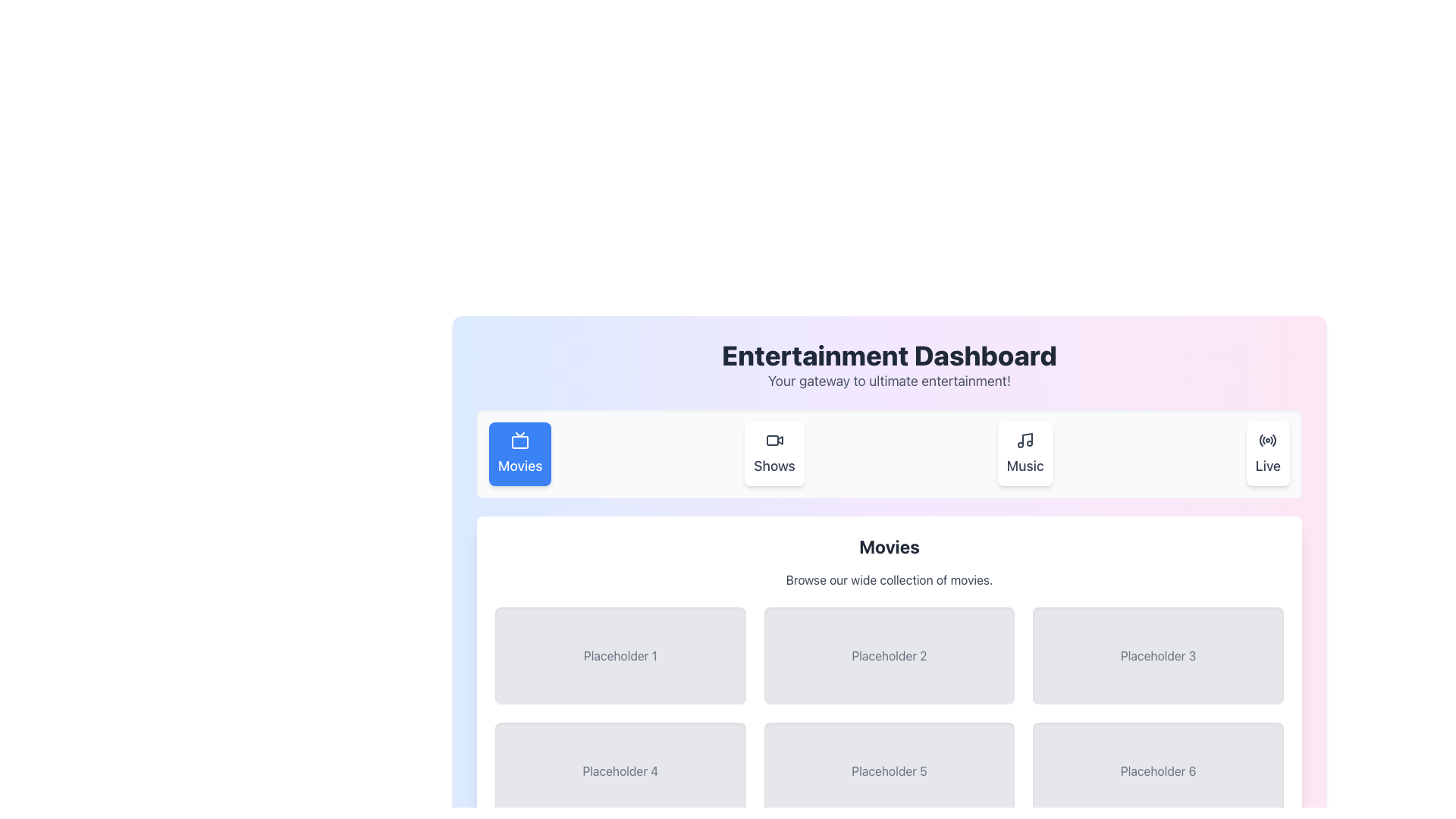 Image resolution: width=1456 pixels, height=819 pixels. What do you see at coordinates (772, 441) in the screenshot?
I see `the decorative graphical element, a small rectangle with rounded corners and a light gray stroke, located inside the 'Shows' video camera icon in the top navigation bar` at bounding box center [772, 441].